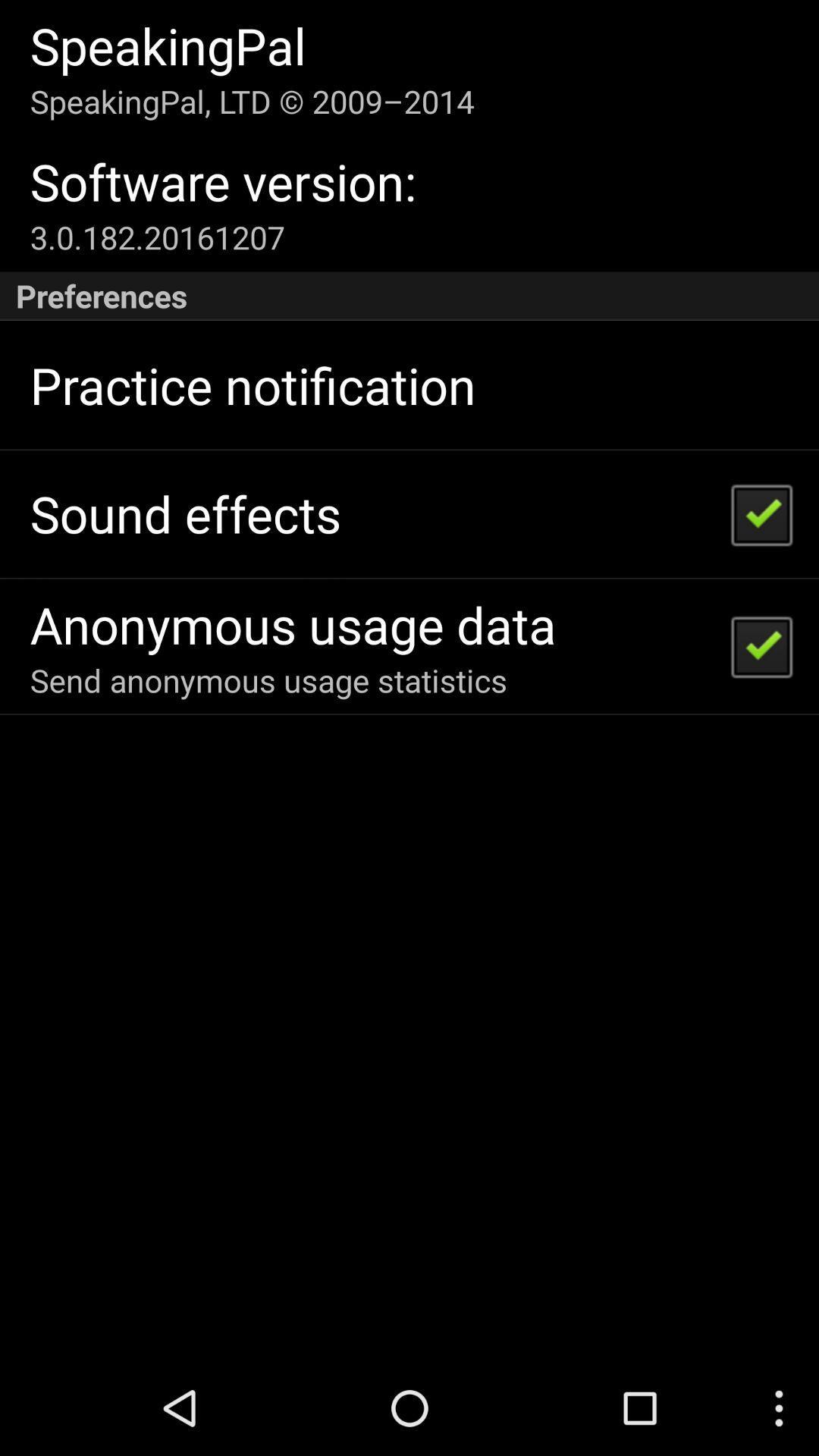 The image size is (819, 1456). What do you see at coordinates (157, 236) in the screenshot?
I see `the 3 0 182` at bounding box center [157, 236].